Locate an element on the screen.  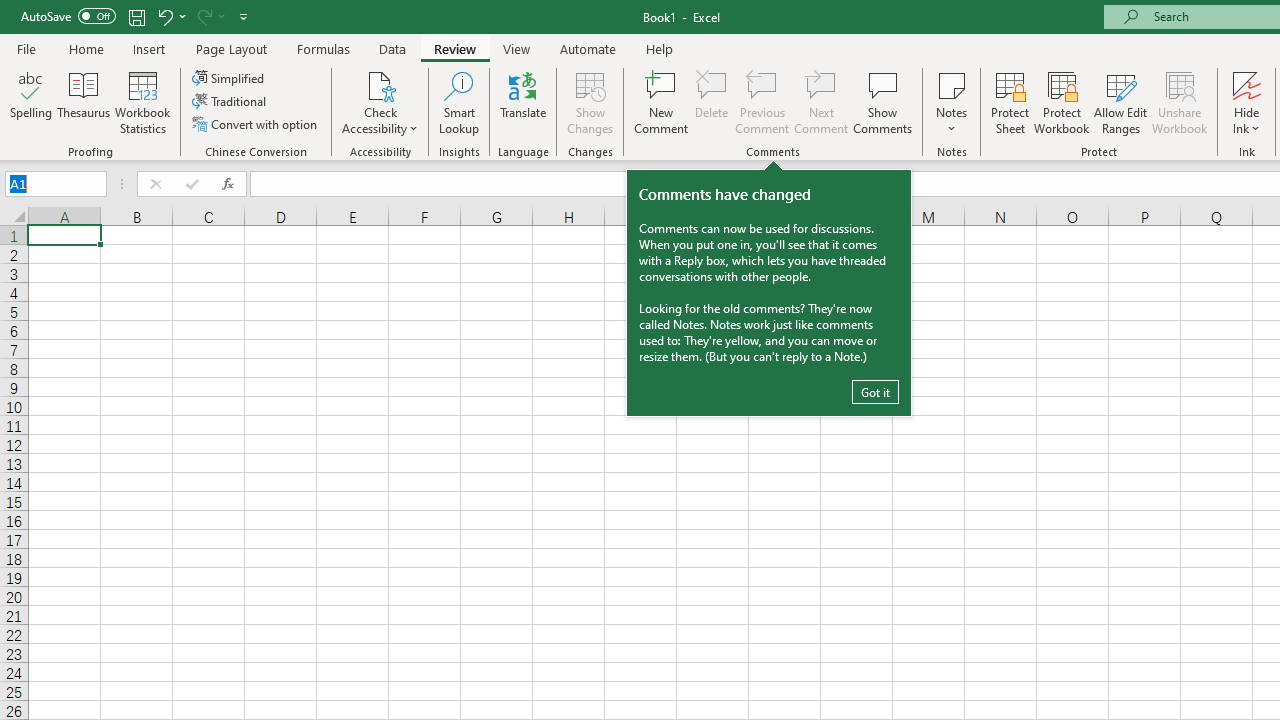
'Thesaurus...' is located at coordinates (82, 103).